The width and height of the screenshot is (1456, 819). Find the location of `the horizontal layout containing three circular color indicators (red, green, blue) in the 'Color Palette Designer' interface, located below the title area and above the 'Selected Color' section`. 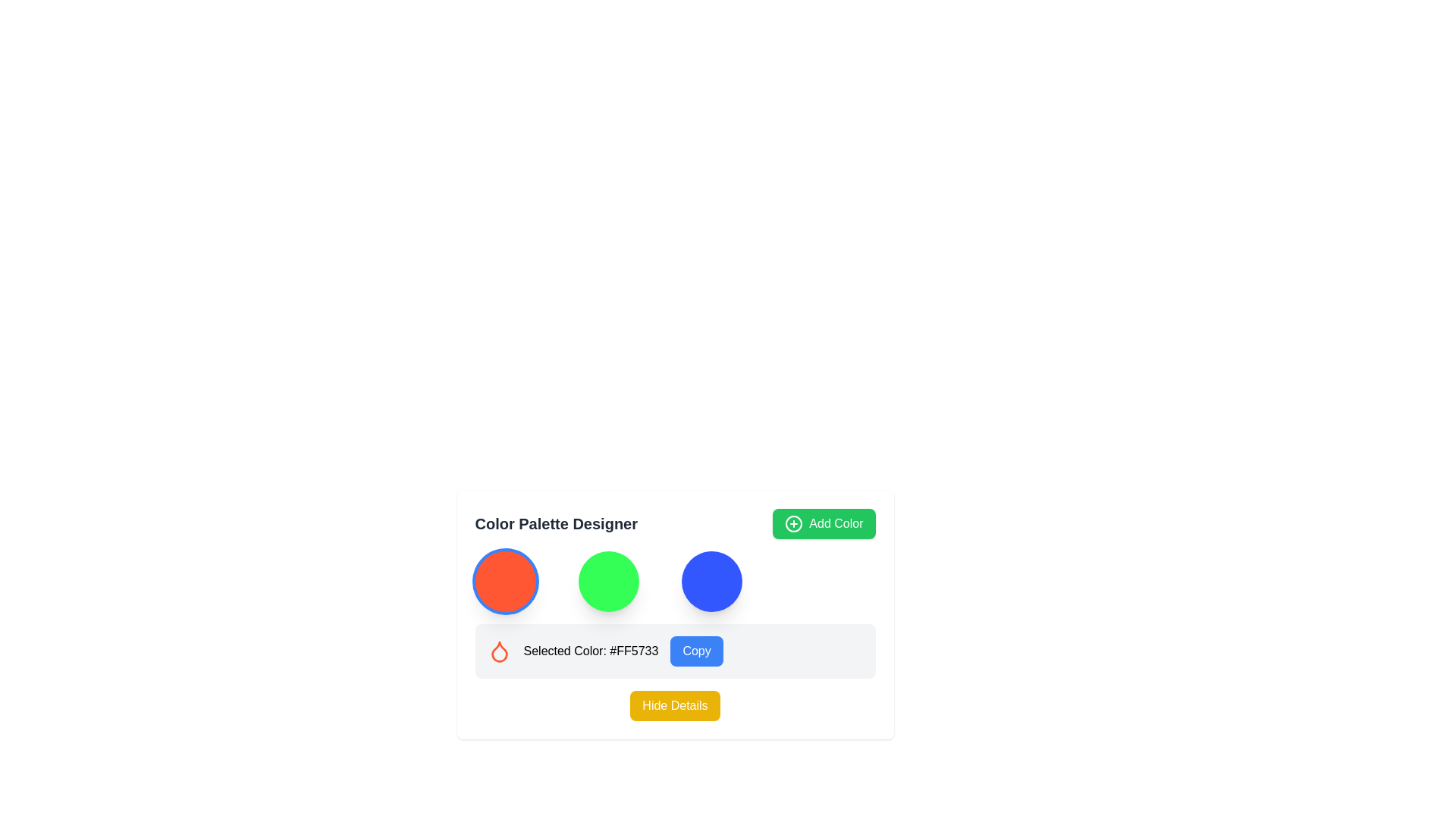

the horizontal layout containing three circular color indicators (red, green, blue) in the 'Color Palette Designer' interface, located below the title area and above the 'Selected Color' section is located at coordinates (674, 581).